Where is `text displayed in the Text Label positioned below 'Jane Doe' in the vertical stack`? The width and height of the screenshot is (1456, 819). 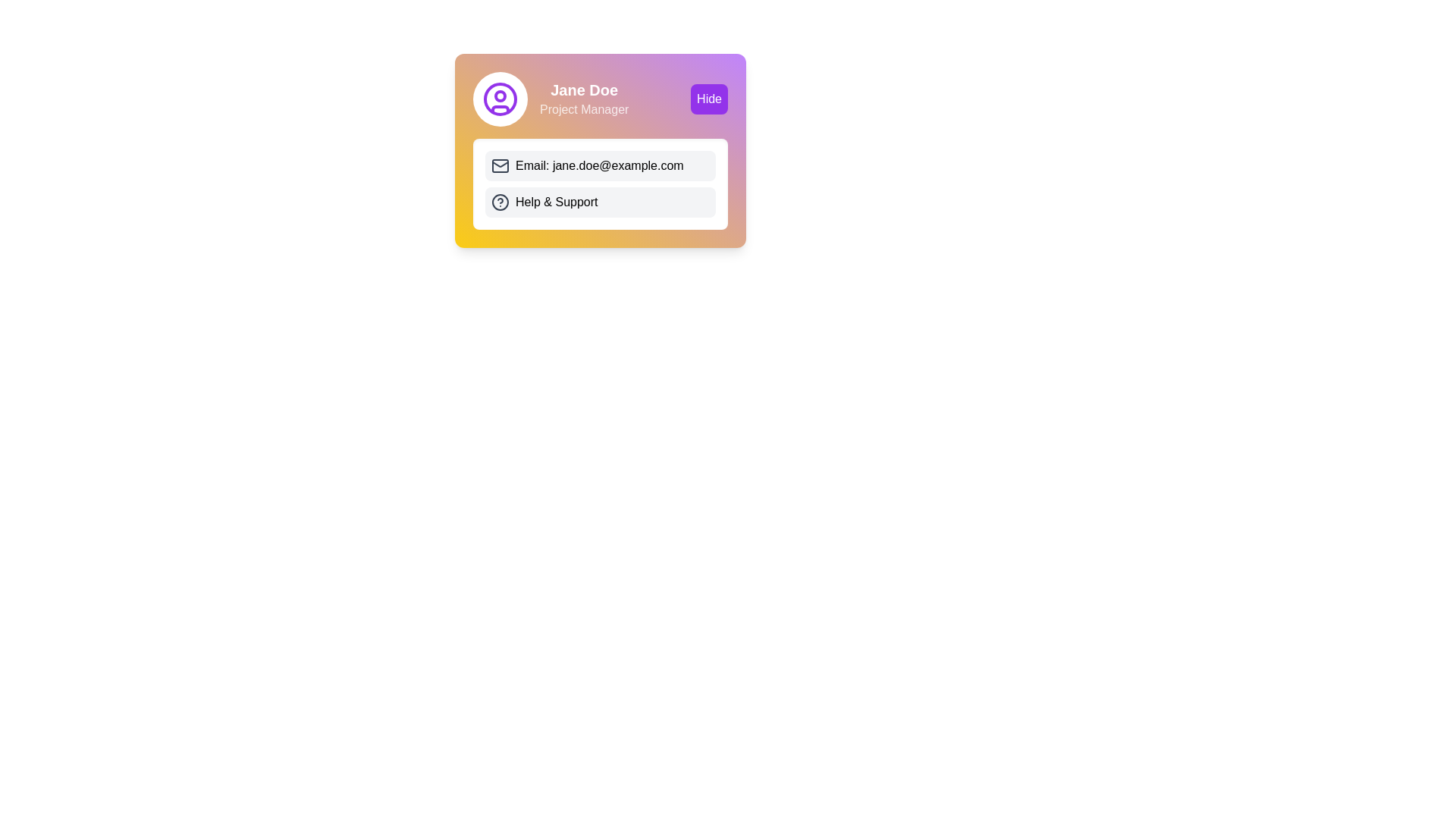 text displayed in the Text Label positioned below 'Jane Doe' in the vertical stack is located at coordinates (583, 109).